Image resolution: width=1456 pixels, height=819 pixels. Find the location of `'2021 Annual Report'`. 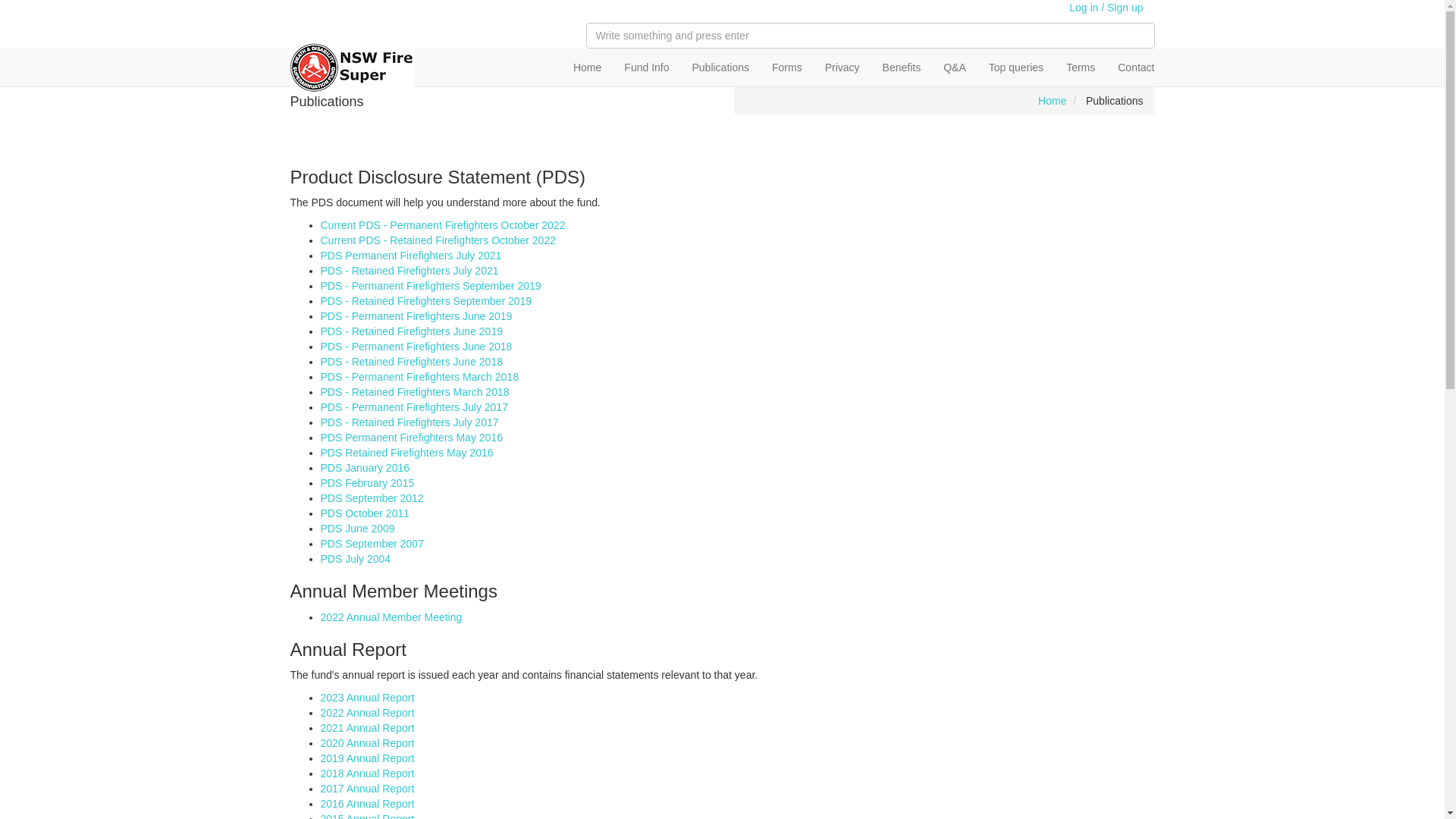

'2021 Annual Report' is located at coordinates (367, 727).